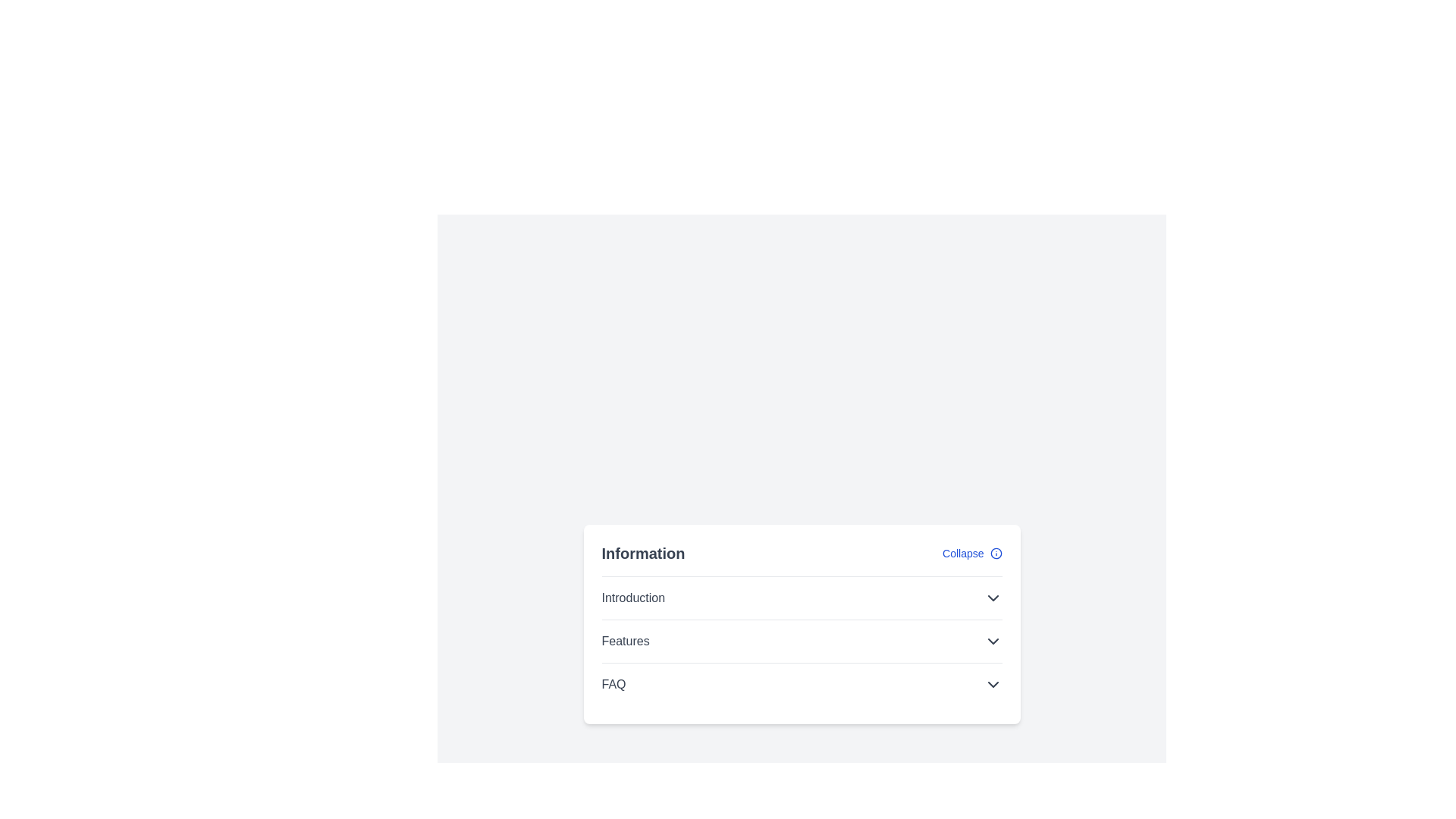  What do you see at coordinates (801, 684) in the screenshot?
I see `the 'FAQ' list item at the bottom of the vertical list` at bounding box center [801, 684].